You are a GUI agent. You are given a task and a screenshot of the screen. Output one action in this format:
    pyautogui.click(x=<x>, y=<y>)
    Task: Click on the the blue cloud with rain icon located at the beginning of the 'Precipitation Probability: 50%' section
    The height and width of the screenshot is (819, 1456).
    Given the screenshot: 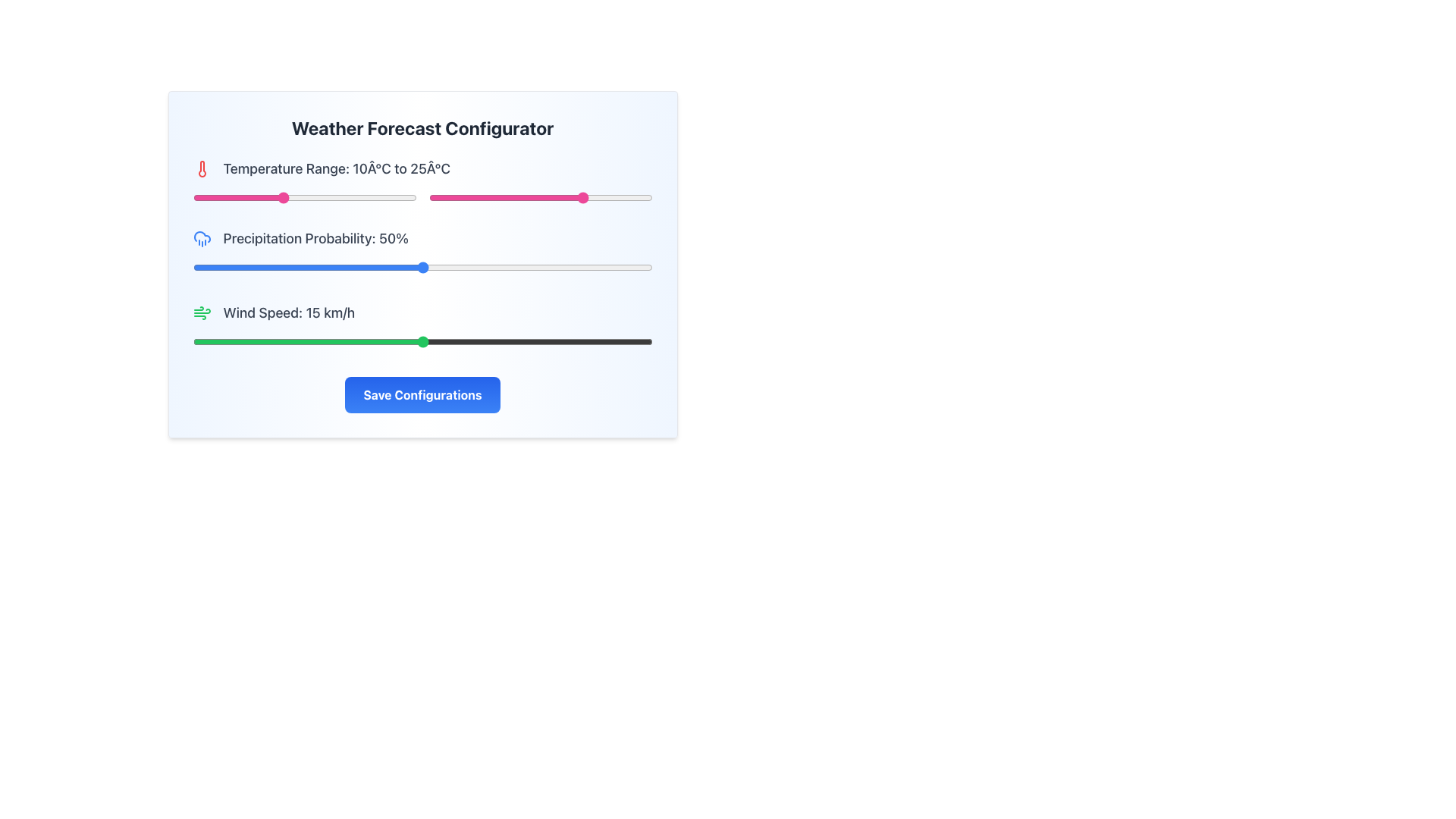 What is the action you would take?
    pyautogui.click(x=201, y=239)
    